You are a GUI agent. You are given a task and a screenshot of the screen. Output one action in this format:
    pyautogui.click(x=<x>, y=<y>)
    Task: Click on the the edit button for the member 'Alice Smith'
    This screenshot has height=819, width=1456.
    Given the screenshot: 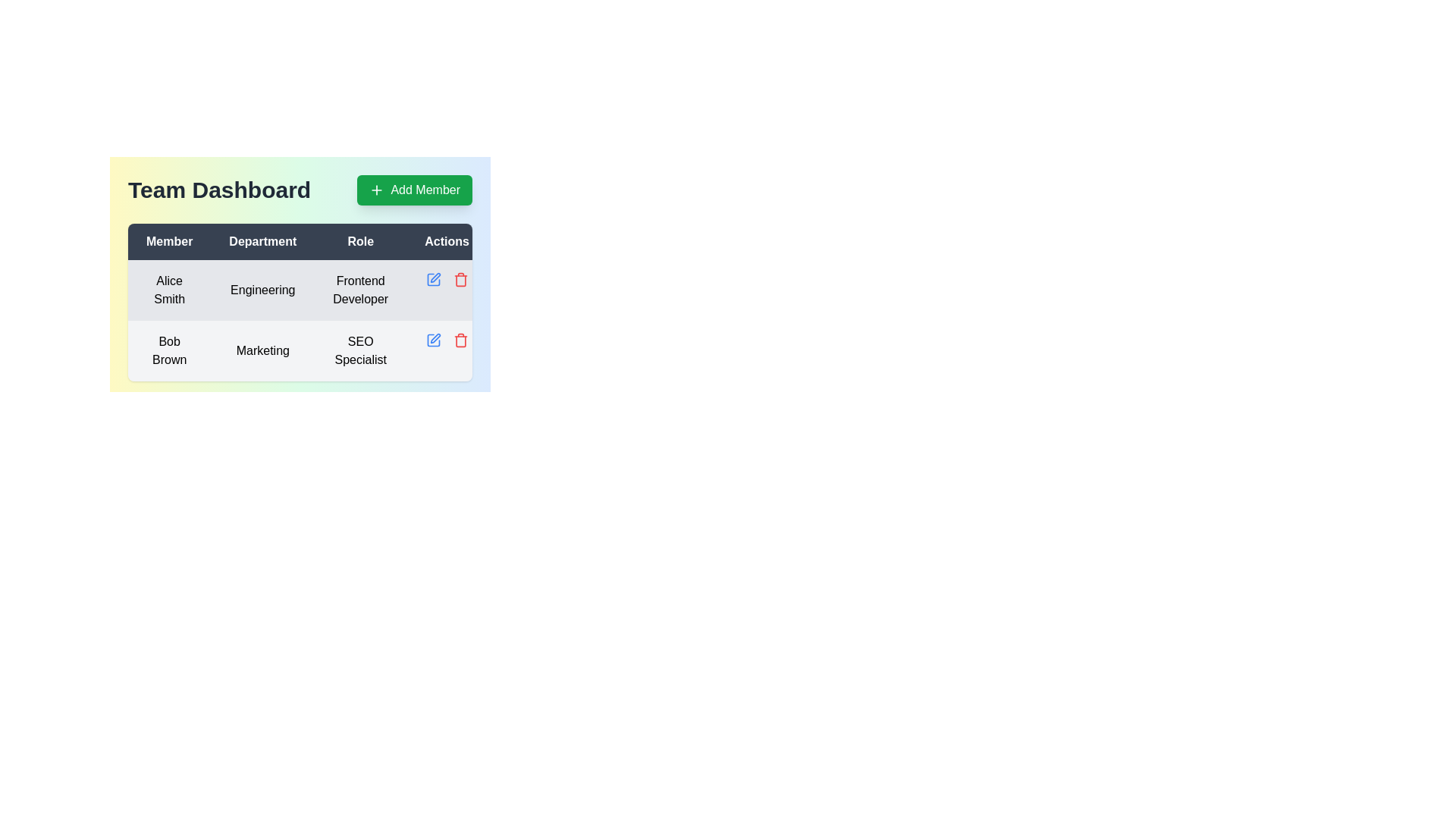 What is the action you would take?
    pyautogui.click(x=432, y=280)
    